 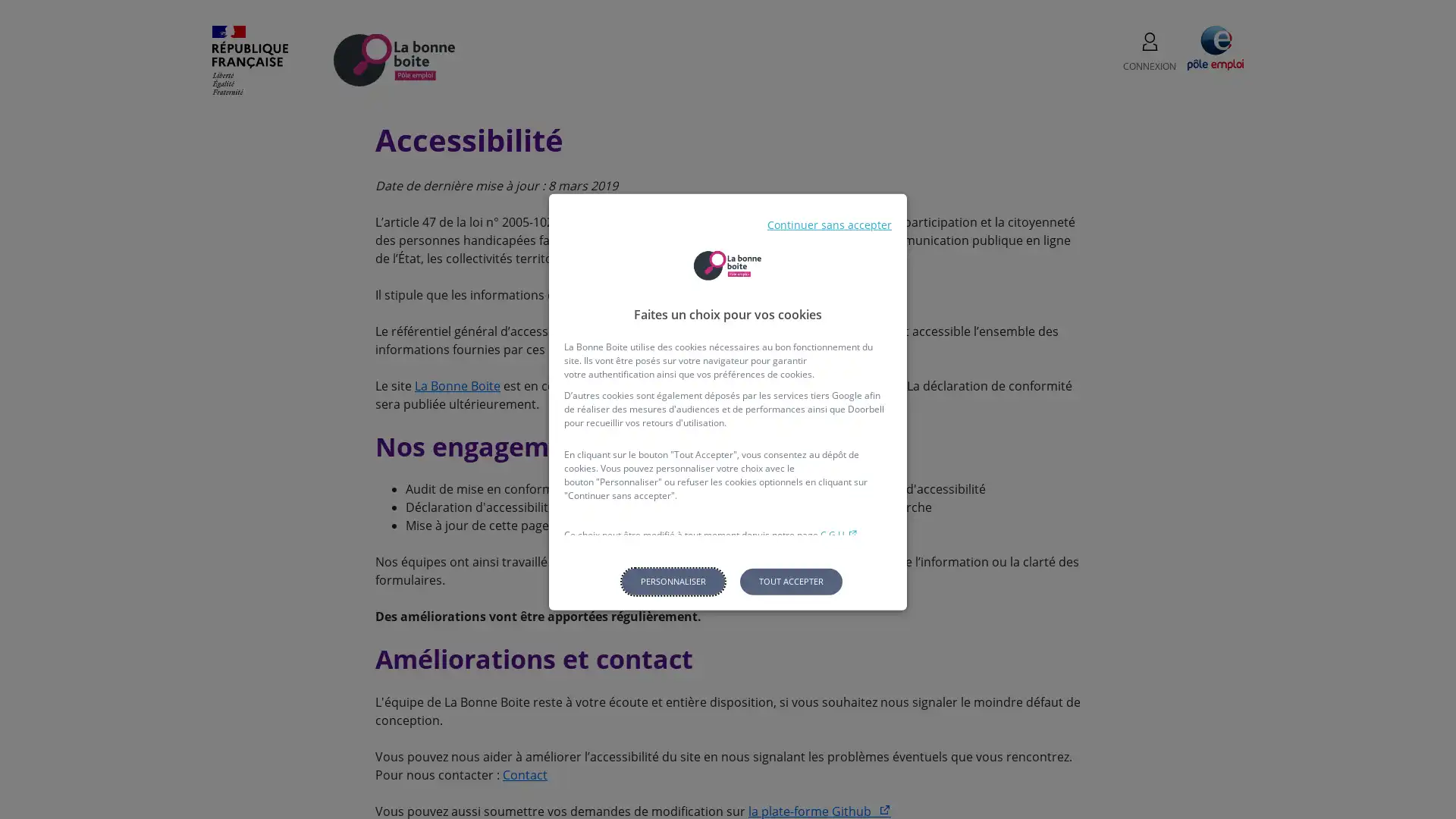 What do you see at coordinates (789, 580) in the screenshot?
I see `Tout accepter` at bounding box center [789, 580].